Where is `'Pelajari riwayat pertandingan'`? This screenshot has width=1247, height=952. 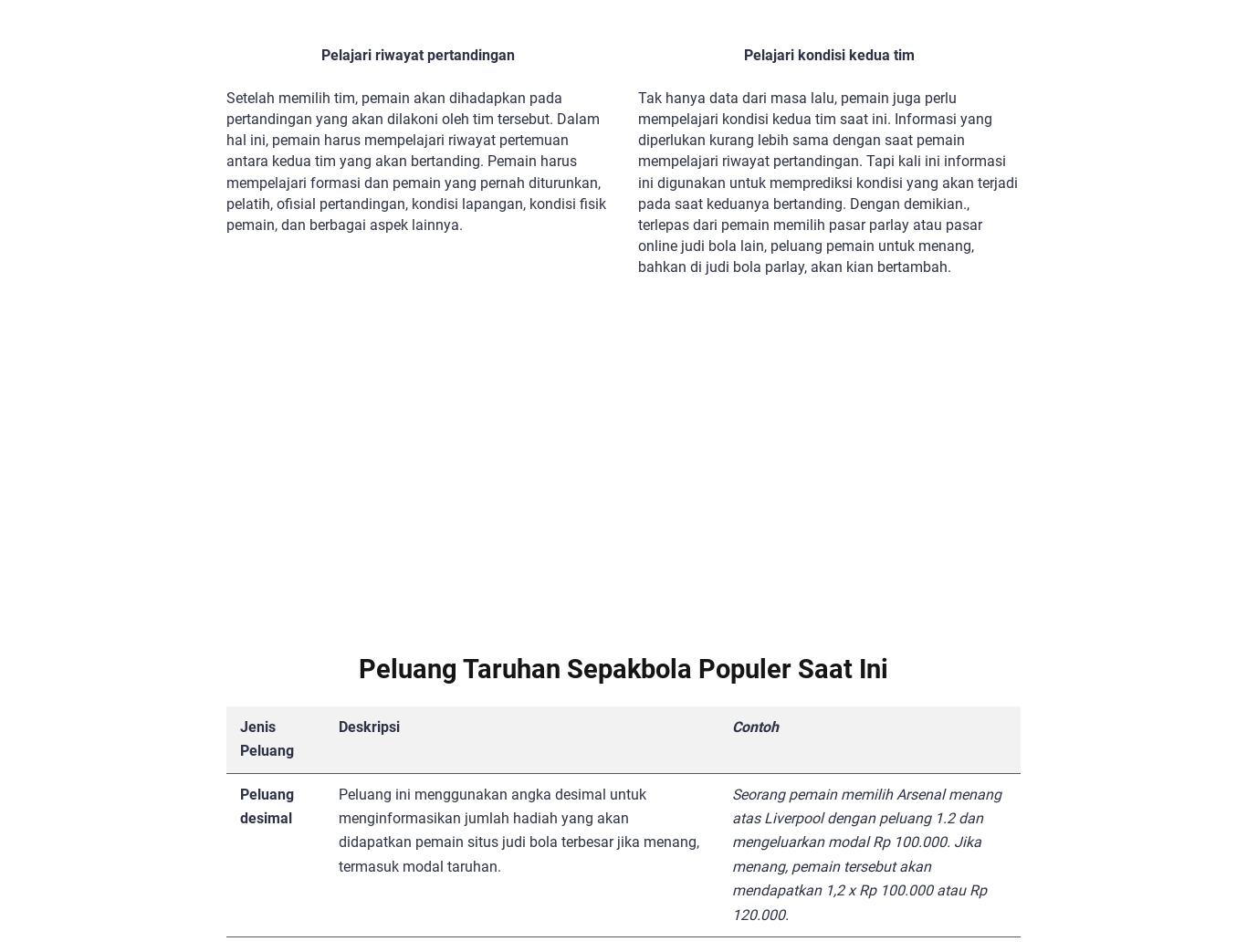
'Pelajari riwayat pertandingan' is located at coordinates (320, 54).